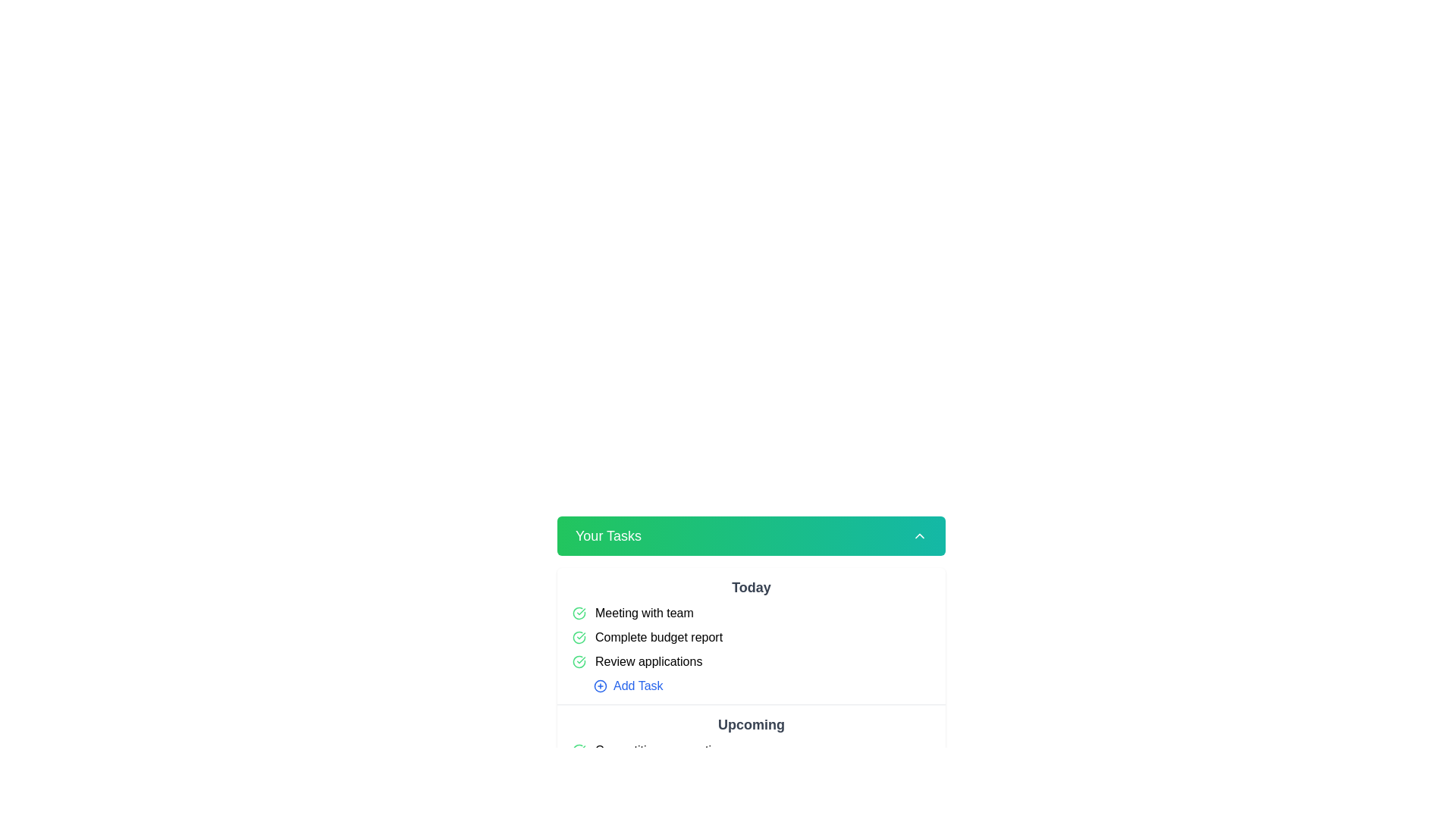 This screenshot has width=1456, height=819. Describe the element at coordinates (638, 686) in the screenshot. I see `the 'Add Task' text label displayed in blue font` at that location.